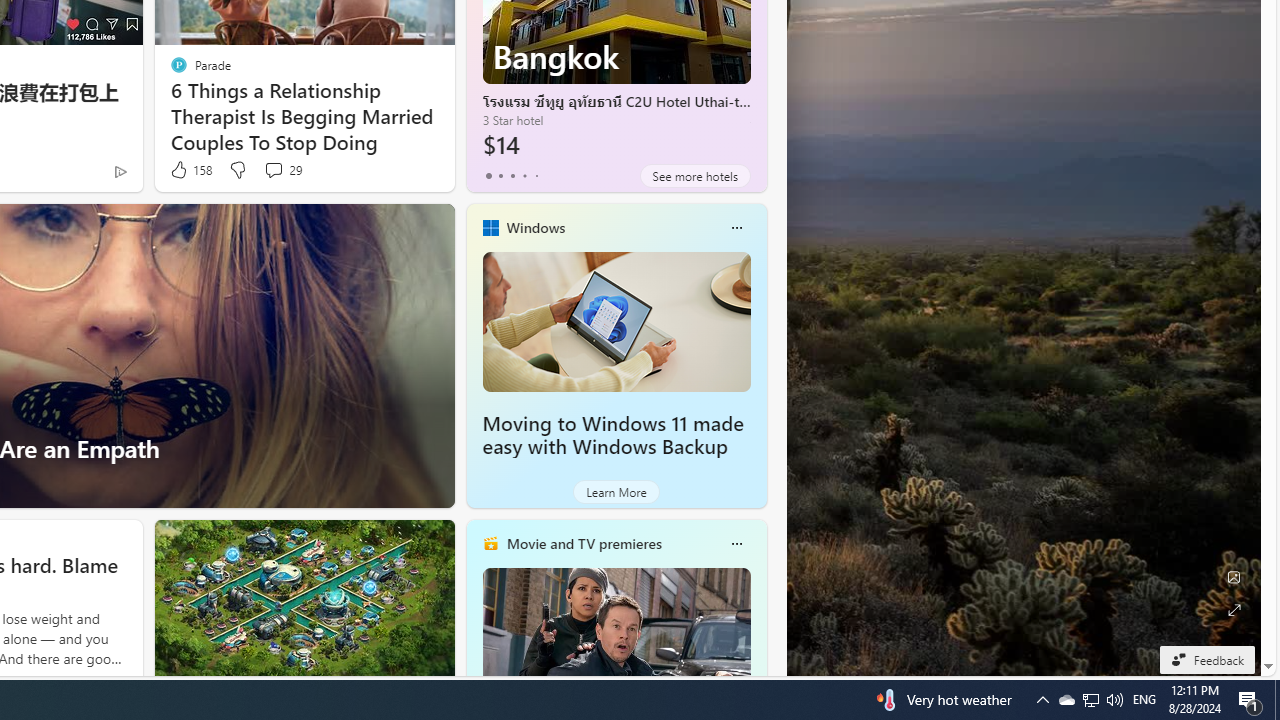 Image resolution: width=1280 pixels, height=720 pixels. Describe the element at coordinates (281, 169) in the screenshot. I see `'View comments 29 Comment'` at that location.